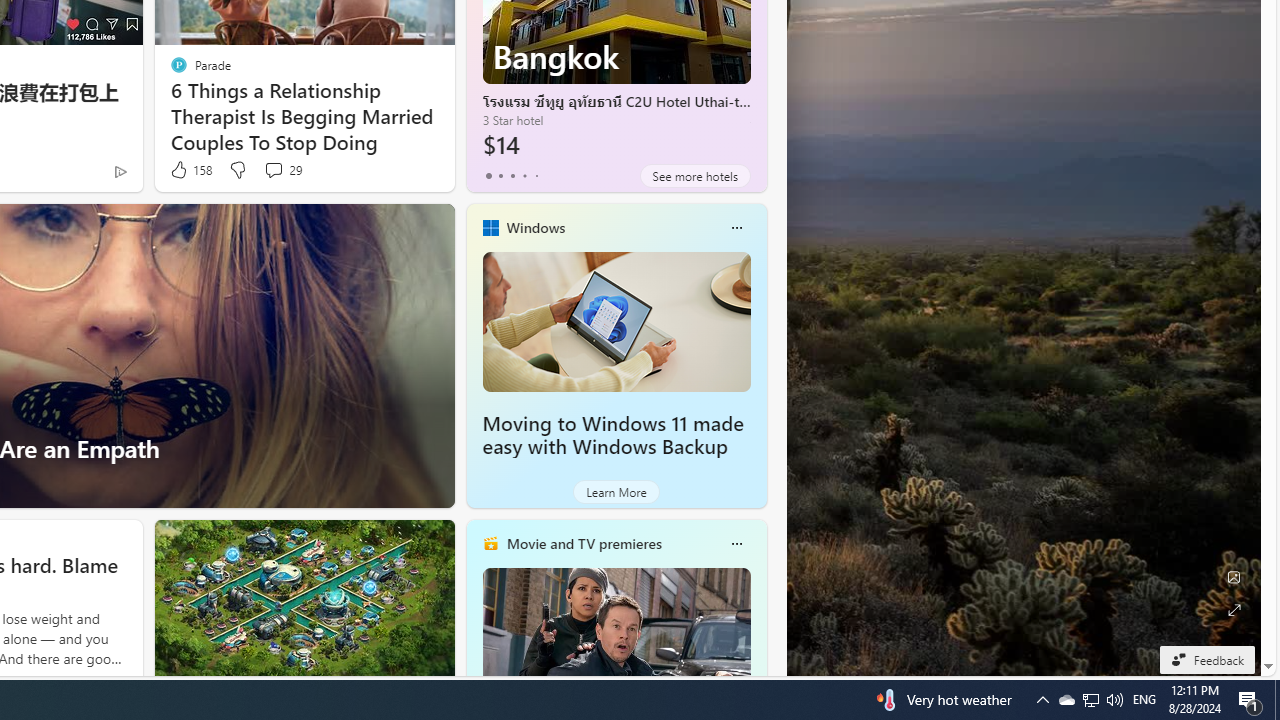 Image resolution: width=1280 pixels, height=720 pixels. Describe the element at coordinates (281, 169) in the screenshot. I see `'View comments 29 Comment'` at that location.